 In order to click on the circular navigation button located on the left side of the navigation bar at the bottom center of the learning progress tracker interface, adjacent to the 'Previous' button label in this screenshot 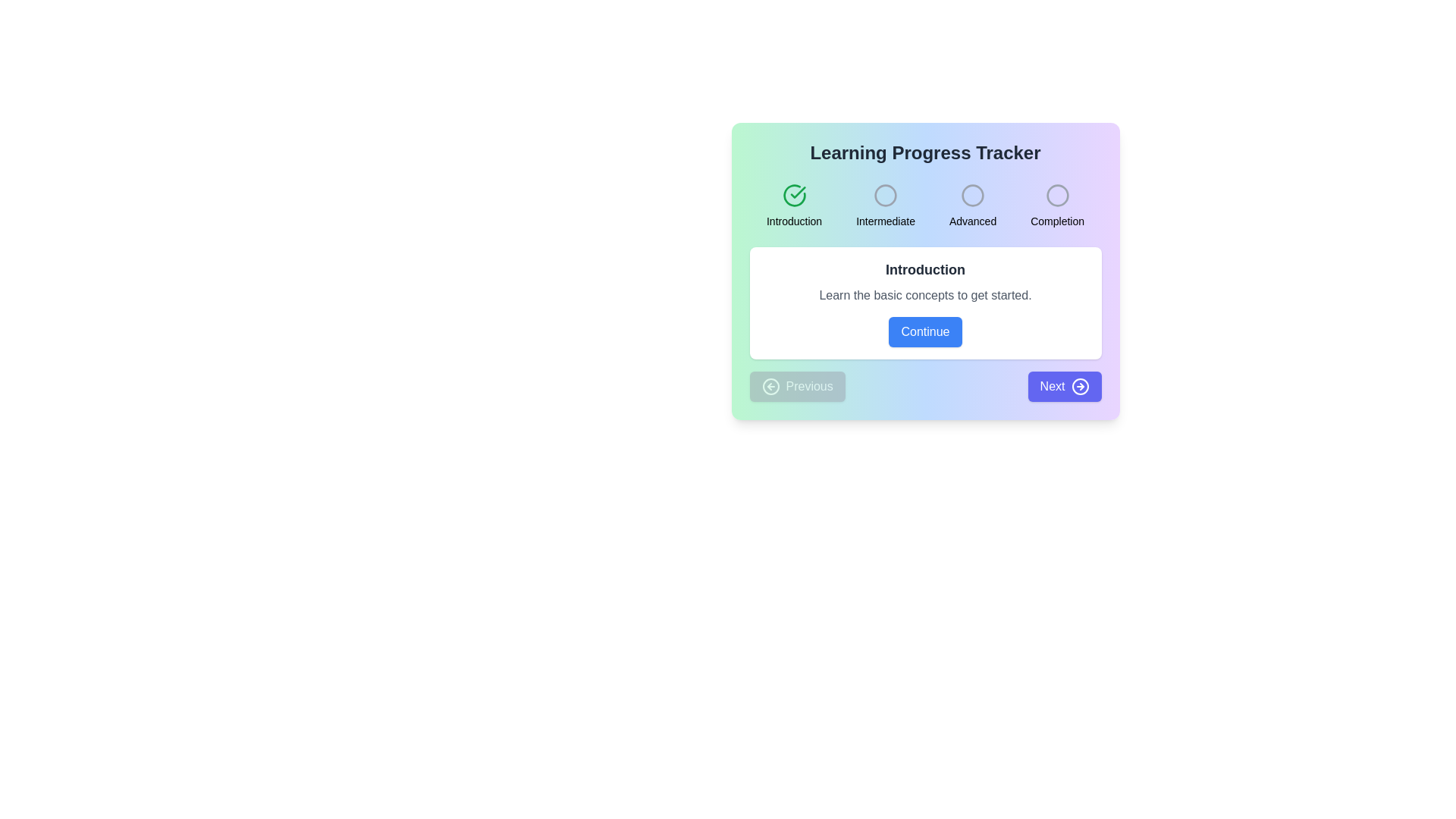, I will do `click(770, 385)`.